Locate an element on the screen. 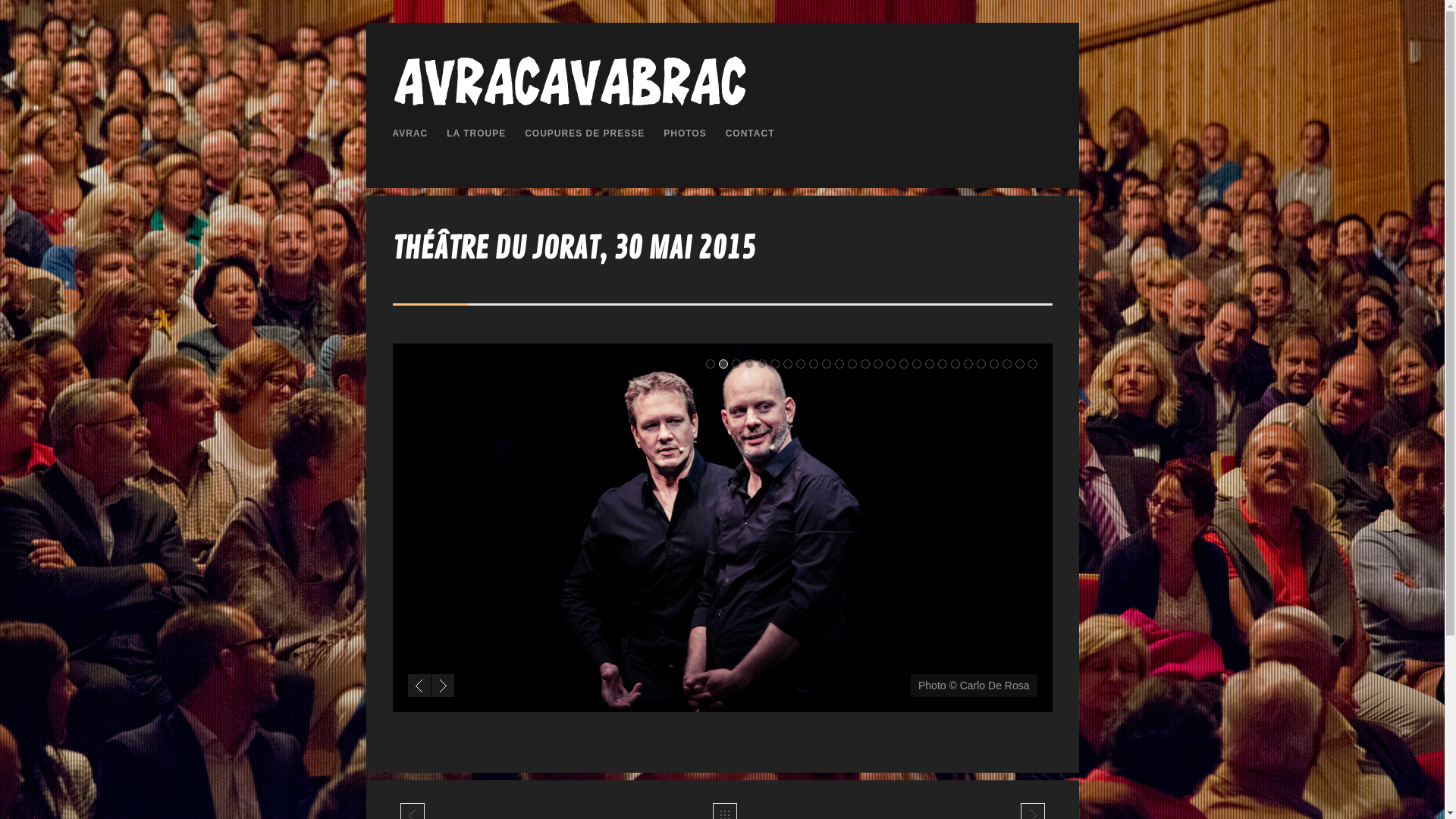 This screenshot has width=1456, height=819. '13' is located at coordinates (864, 363).